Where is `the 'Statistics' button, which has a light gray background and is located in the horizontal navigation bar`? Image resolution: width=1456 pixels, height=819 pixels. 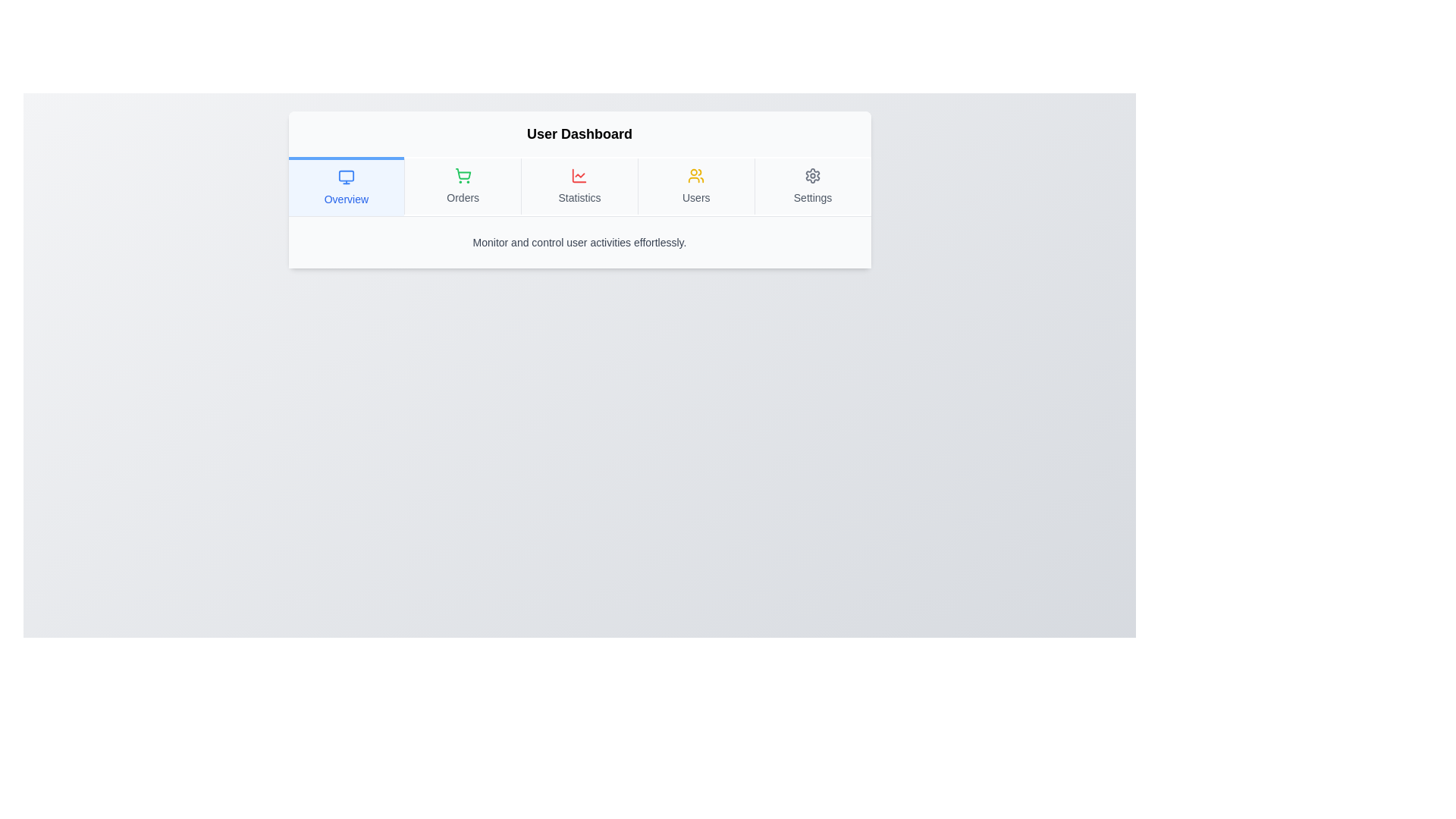 the 'Statistics' button, which has a light gray background and is located in the horizontal navigation bar is located at coordinates (578, 186).